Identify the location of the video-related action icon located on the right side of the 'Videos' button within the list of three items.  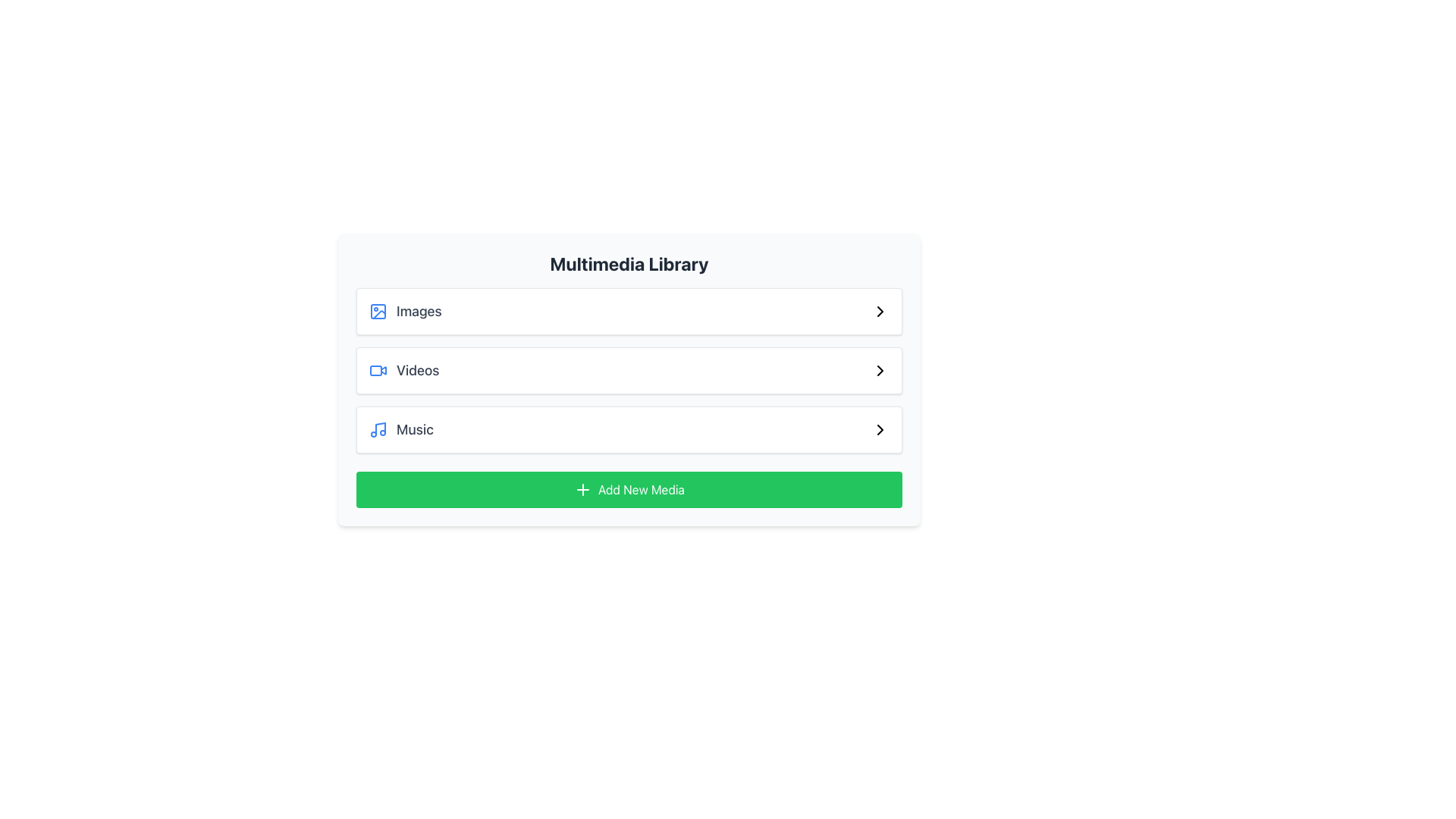
(383, 370).